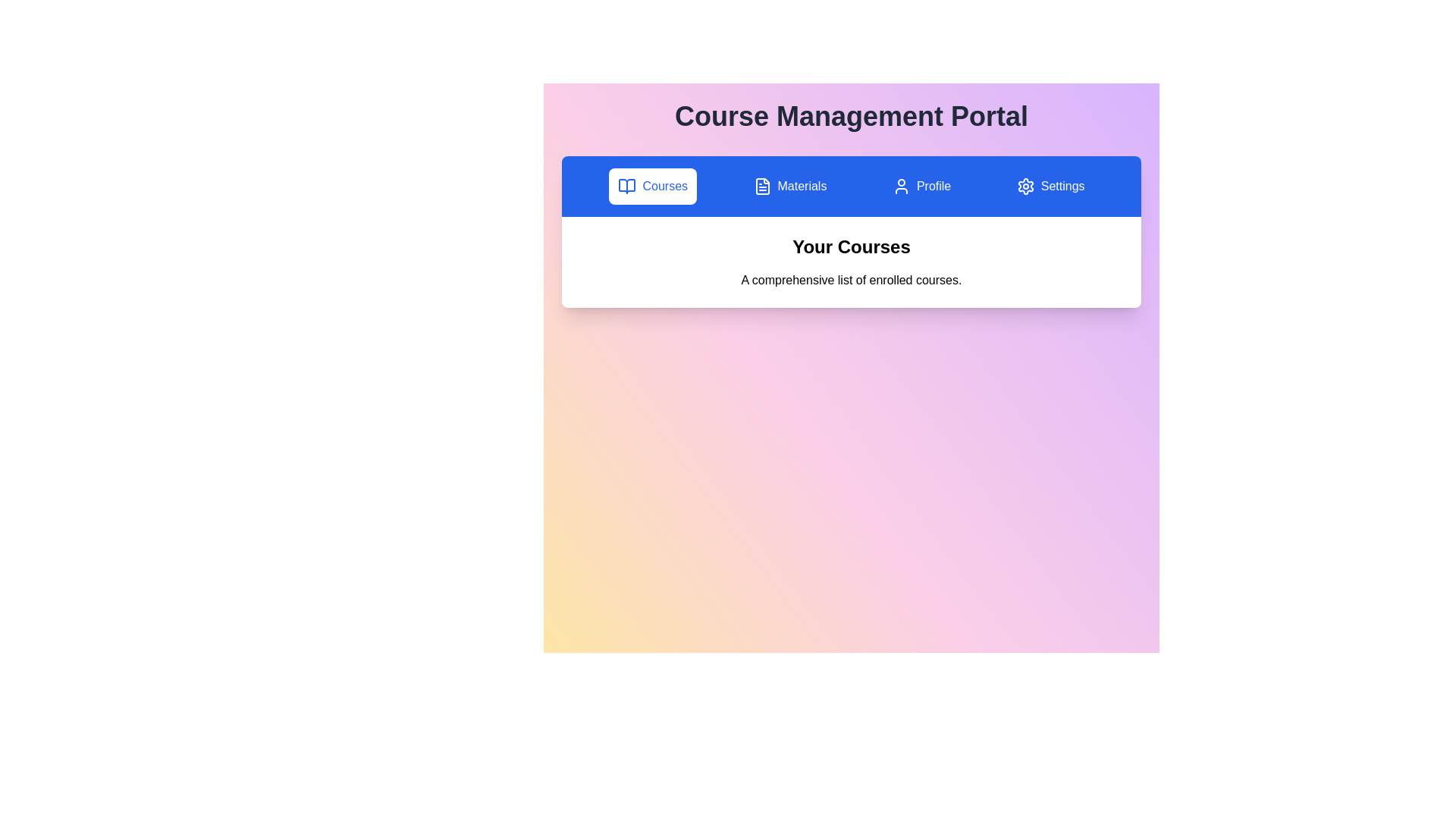 The width and height of the screenshot is (1456, 819). I want to click on the 'Profile' button on the navigation bar, which is the third button from the left and has a user silhouette icon, so click(921, 186).